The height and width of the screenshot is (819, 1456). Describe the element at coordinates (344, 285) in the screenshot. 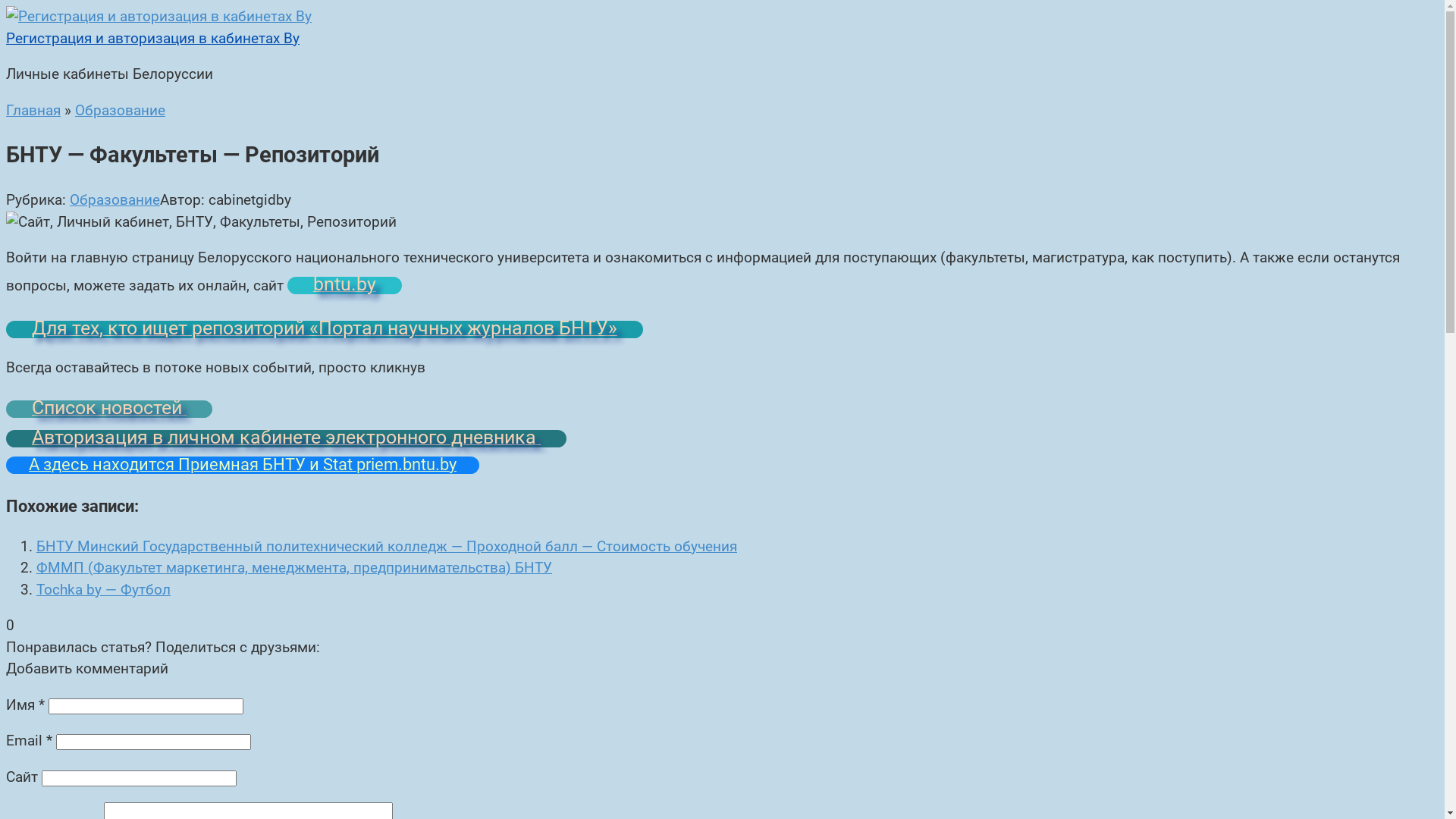

I see `'bntu.by'` at that location.